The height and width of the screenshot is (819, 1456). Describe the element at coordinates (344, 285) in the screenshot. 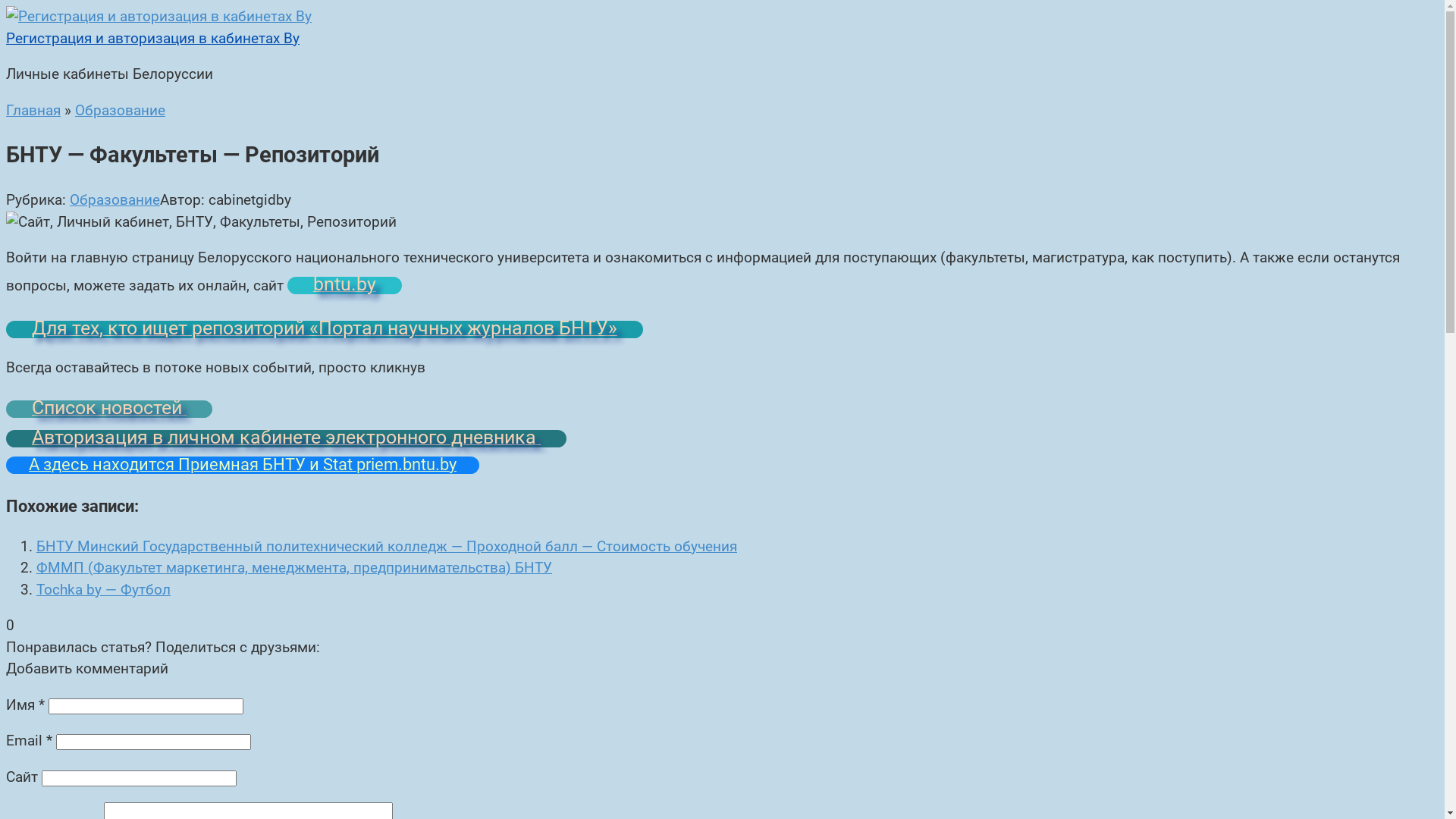

I see `'bntu.by'` at that location.